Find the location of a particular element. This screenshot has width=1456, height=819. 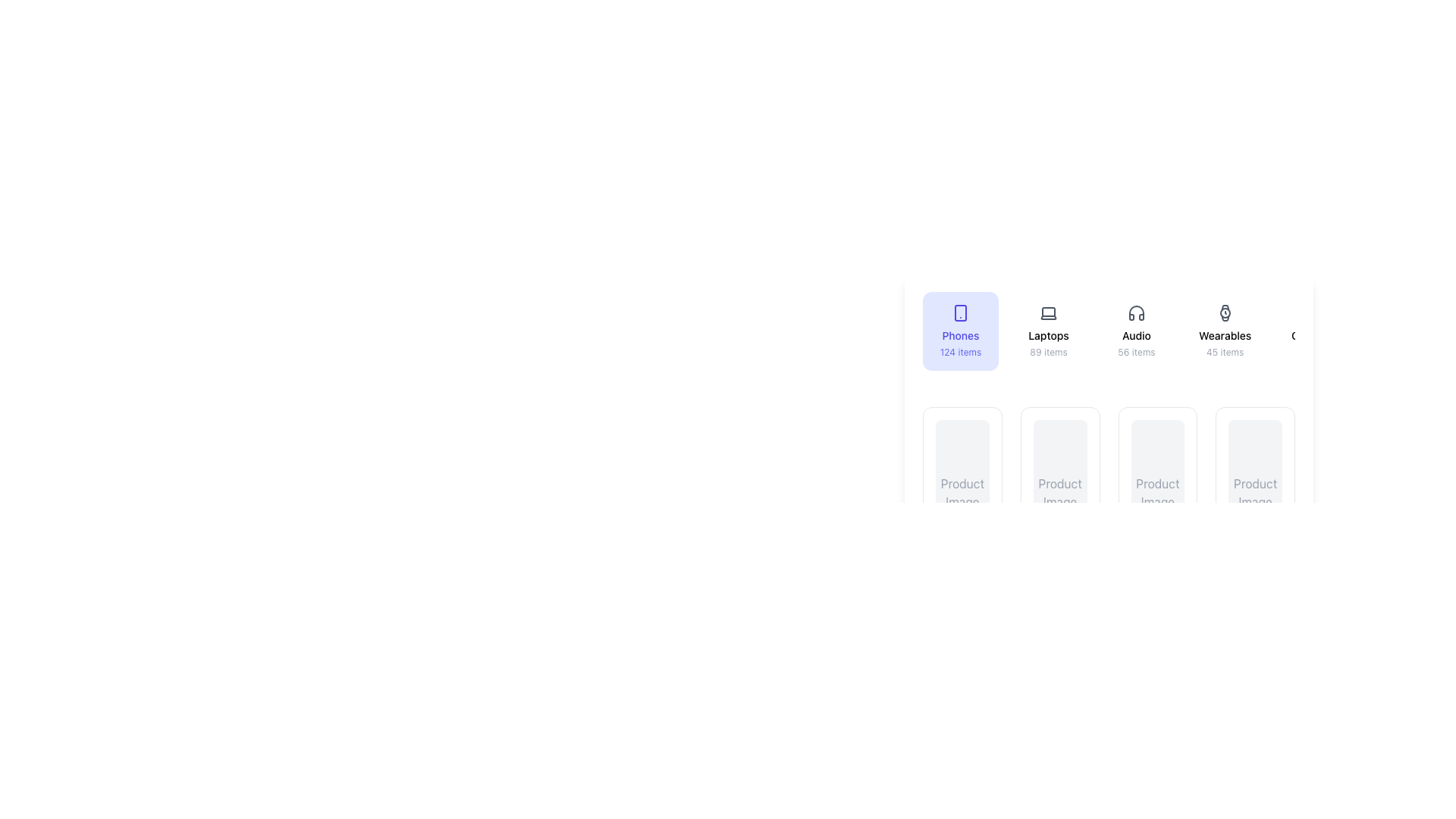

the category selector for 'Phones' is located at coordinates (1109, 336).